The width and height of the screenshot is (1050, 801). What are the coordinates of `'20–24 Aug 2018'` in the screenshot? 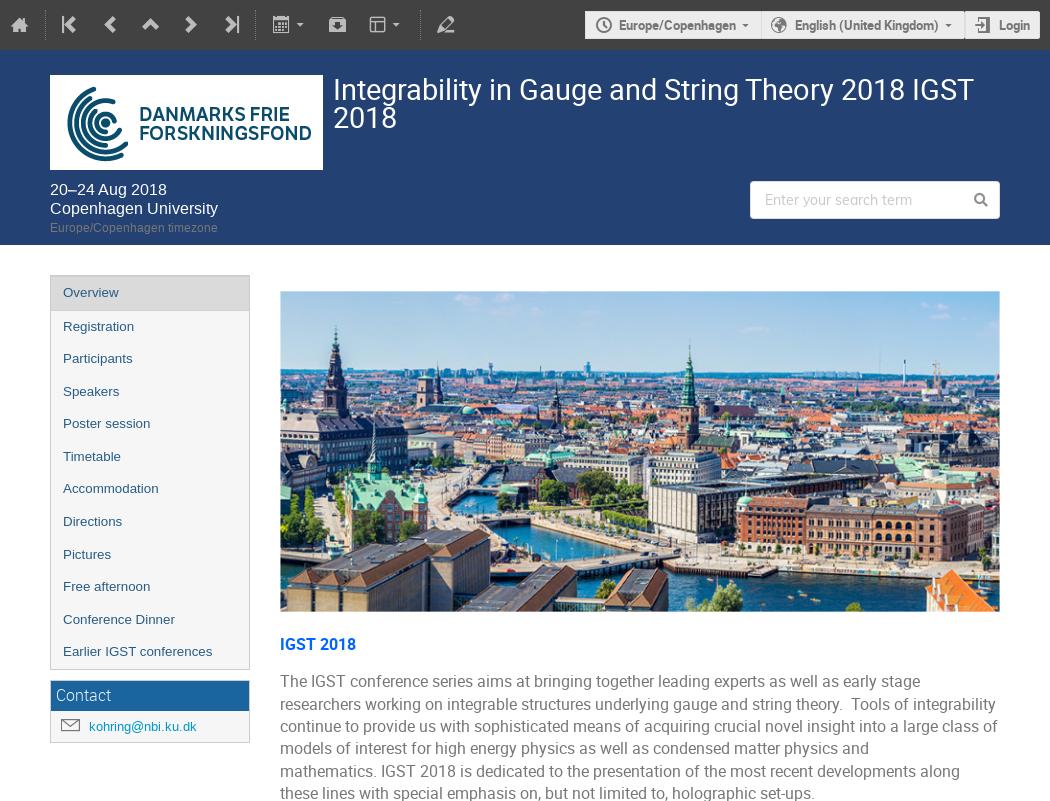 It's located at (108, 188).